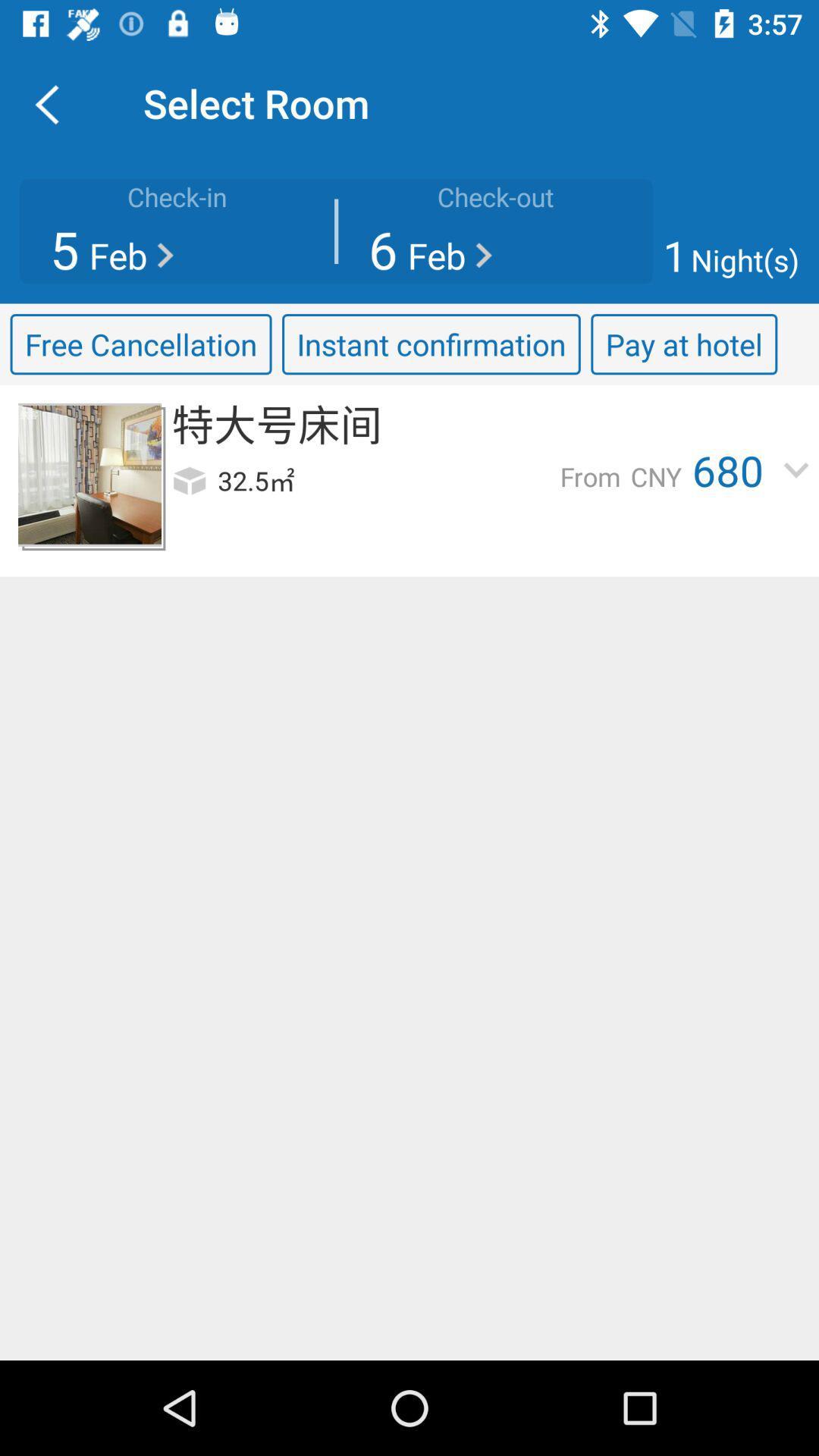 The image size is (819, 1456). What do you see at coordinates (431, 344) in the screenshot?
I see `icon to the left of the pay at hotel icon` at bounding box center [431, 344].